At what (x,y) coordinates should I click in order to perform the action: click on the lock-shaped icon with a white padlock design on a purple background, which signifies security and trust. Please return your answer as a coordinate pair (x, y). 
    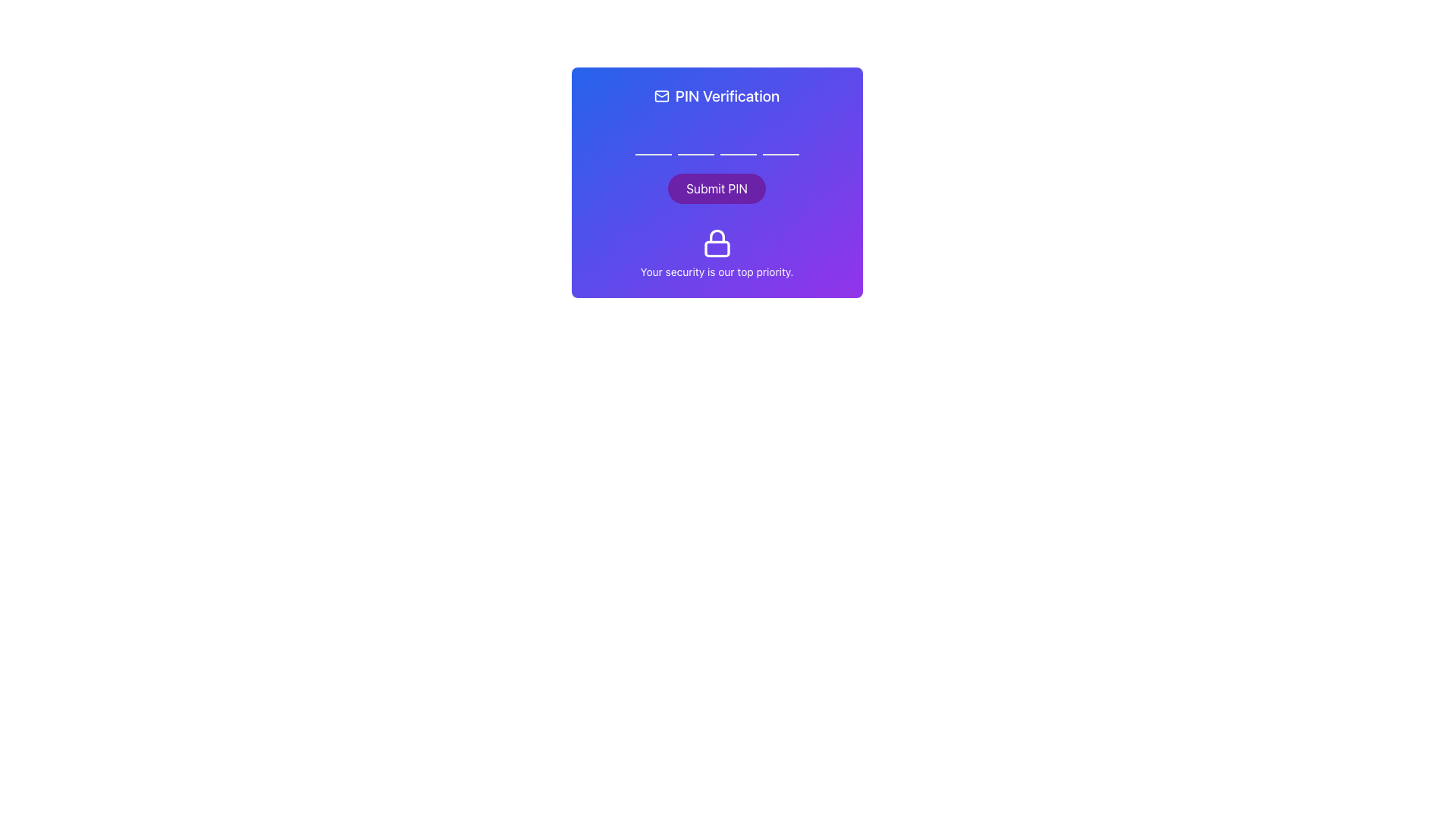
    Looking at the image, I should click on (716, 242).